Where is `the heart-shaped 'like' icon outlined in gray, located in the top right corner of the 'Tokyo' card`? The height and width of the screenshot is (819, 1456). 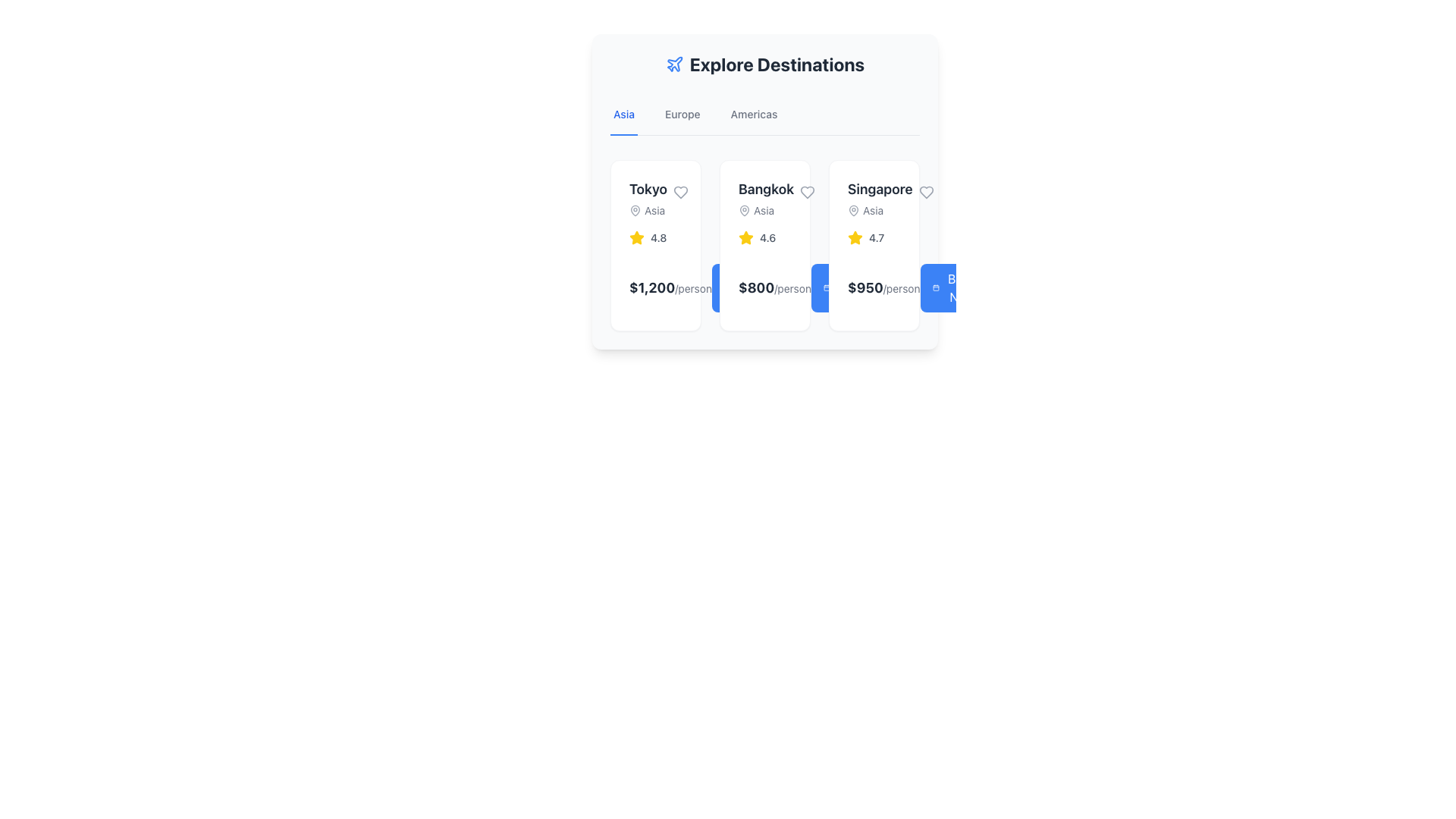 the heart-shaped 'like' icon outlined in gray, located in the top right corner of the 'Tokyo' card is located at coordinates (679, 192).